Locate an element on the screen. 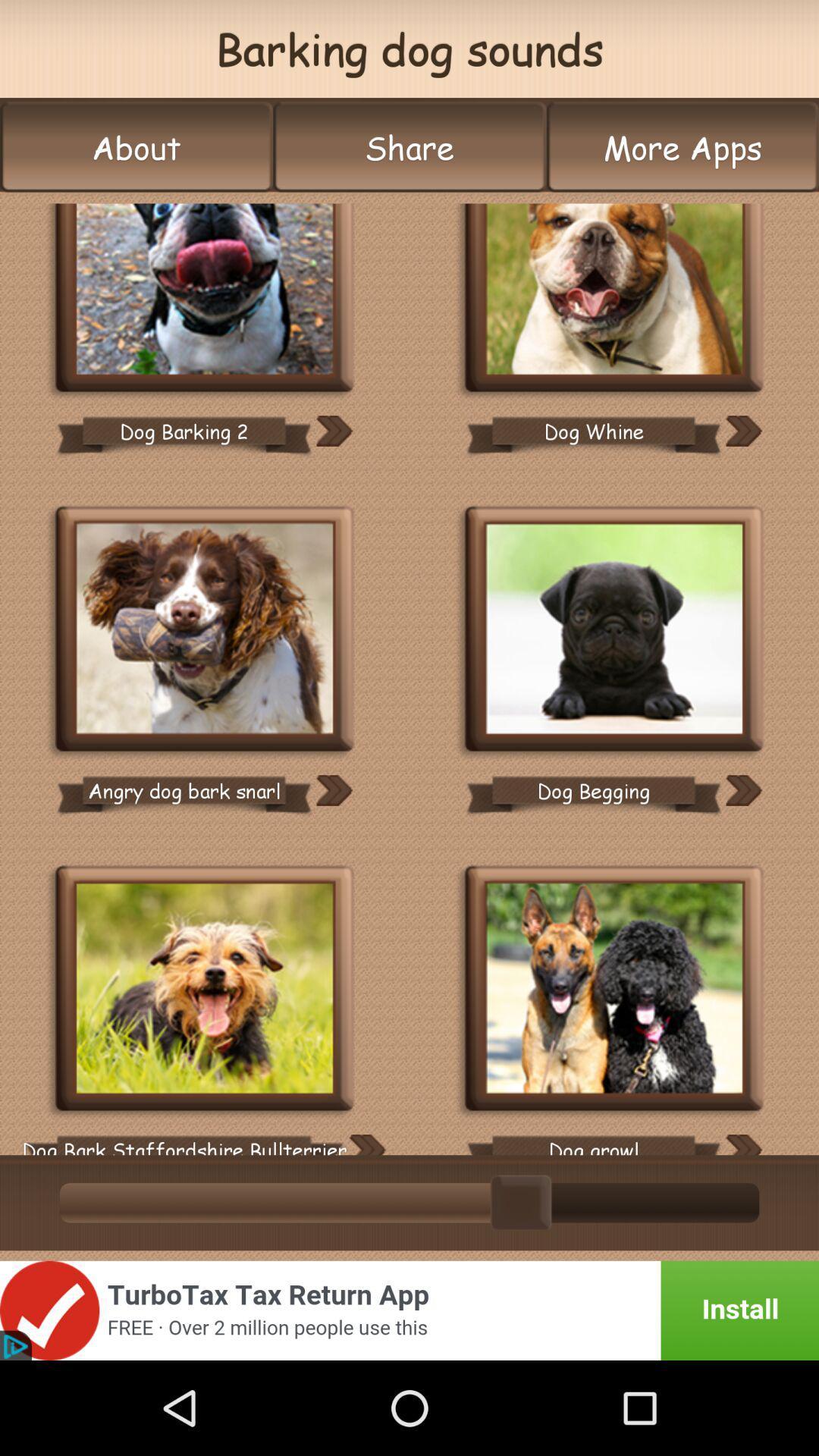  image option is located at coordinates (205, 631).